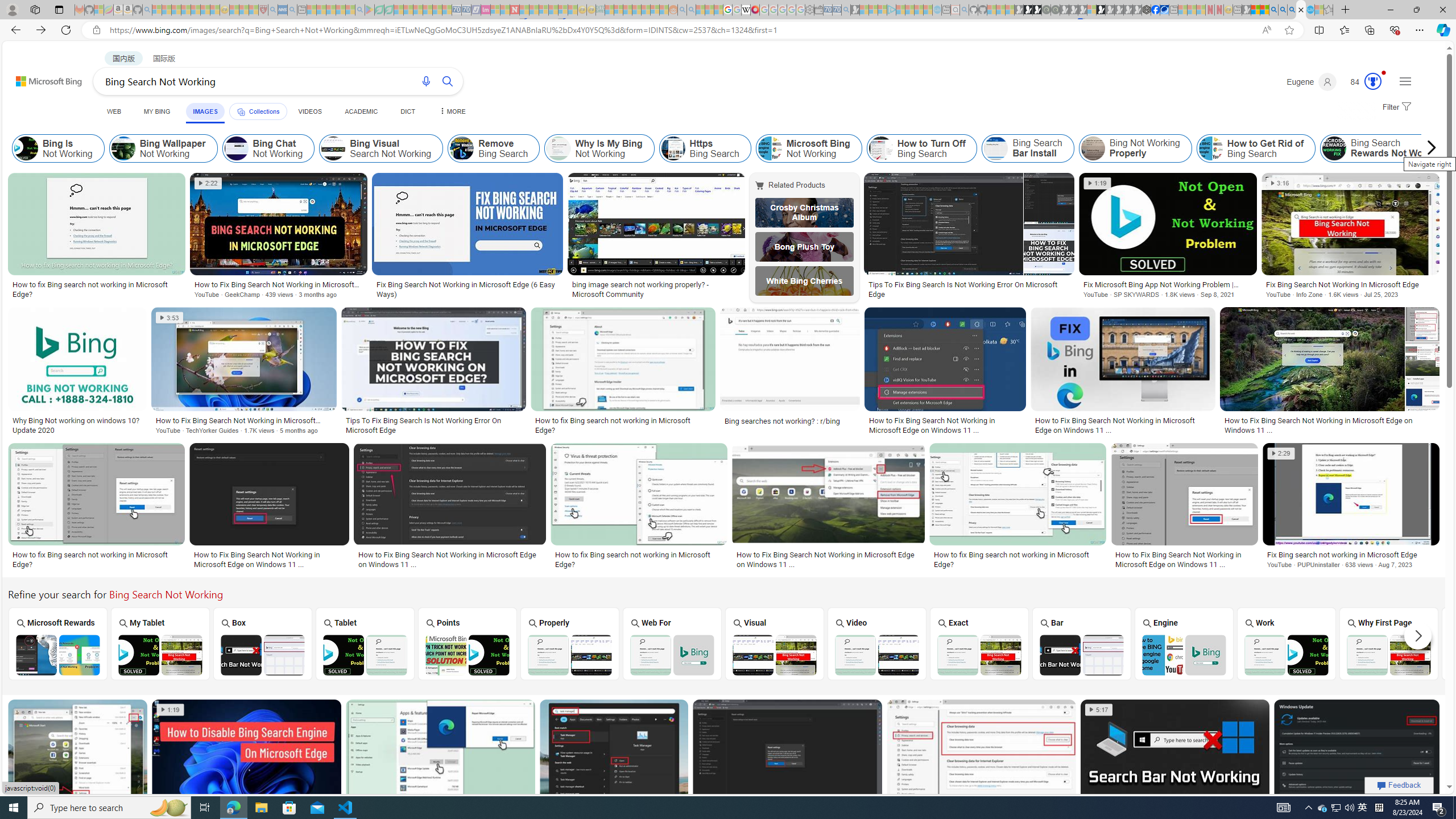 The height and width of the screenshot is (819, 1456). I want to click on 'Visual', so click(774, 643).